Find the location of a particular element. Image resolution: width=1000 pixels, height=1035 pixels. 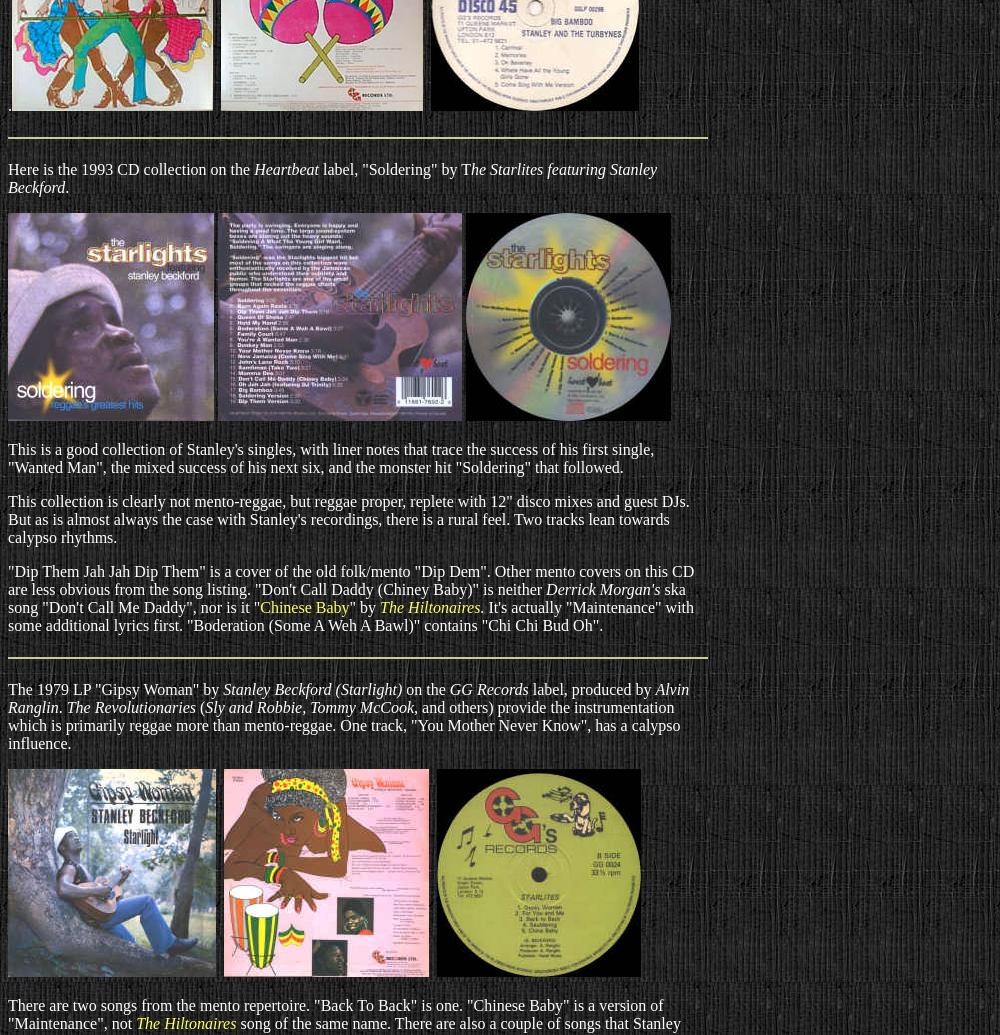

'Sly and Robbie, Tommy 
		McCook,' is located at coordinates (311, 706).